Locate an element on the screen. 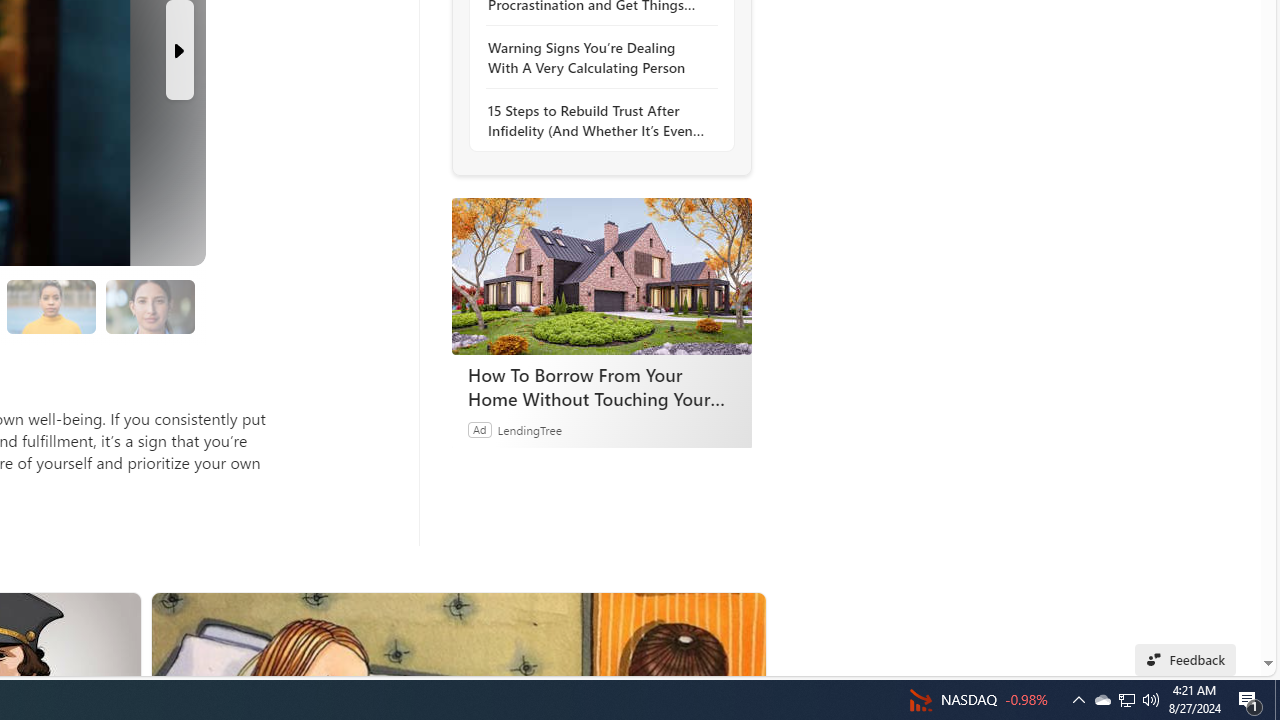  'Class: progress' is located at coordinates (149, 303).